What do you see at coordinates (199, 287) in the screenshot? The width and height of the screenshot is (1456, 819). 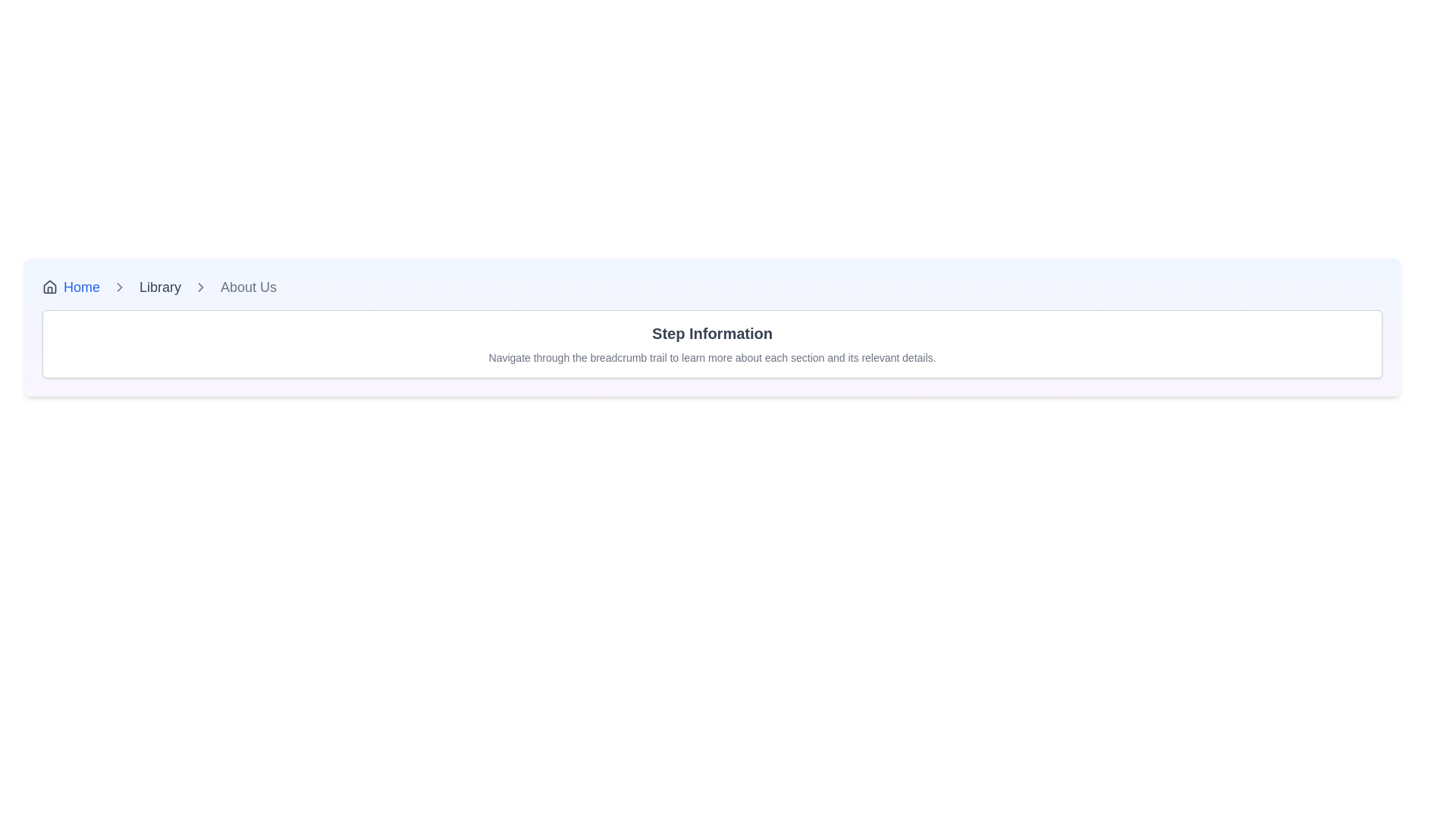 I see `the right-facing chevron icon in the breadcrumb navigation, which is located after the 'Library' text and before the 'About Us' text` at bounding box center [199, 287].